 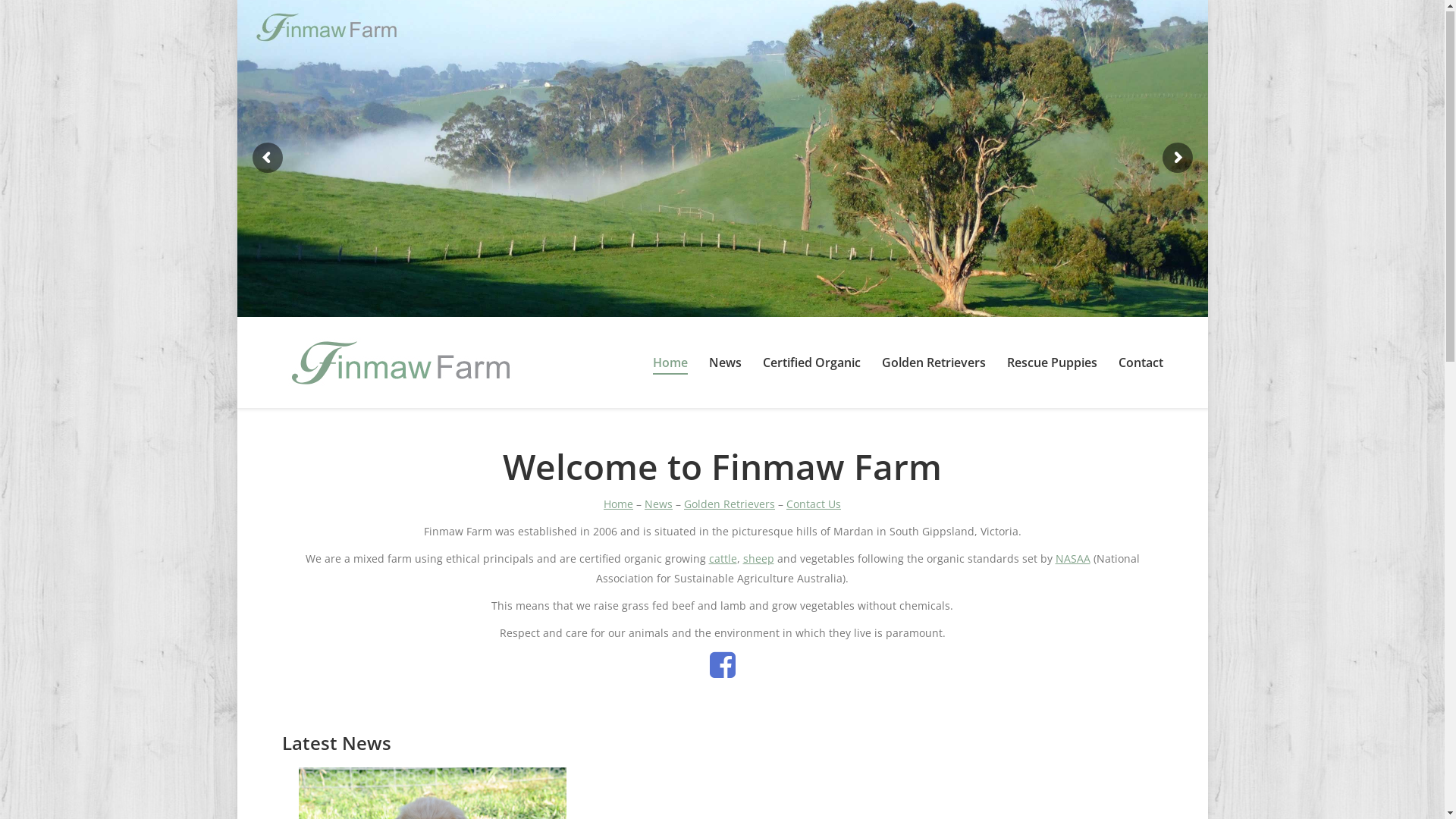 I want to click on 'Contact', so click(x=1140, y=363).